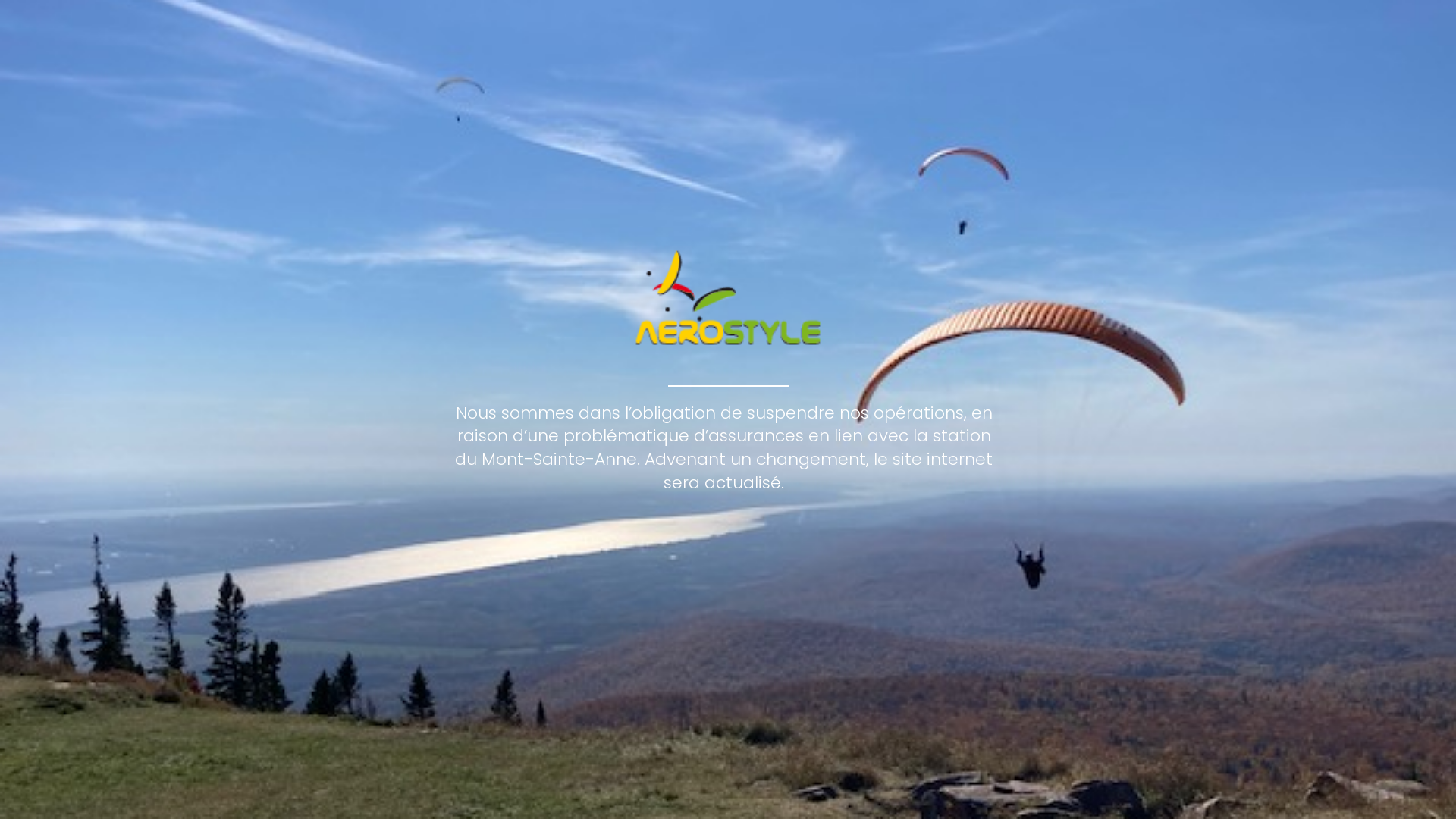 The height and width of the screenshot is (819, 1456). Describe the element at coordinates (728, 297) in the screenshot. I see `'aerostyle'` at that location.